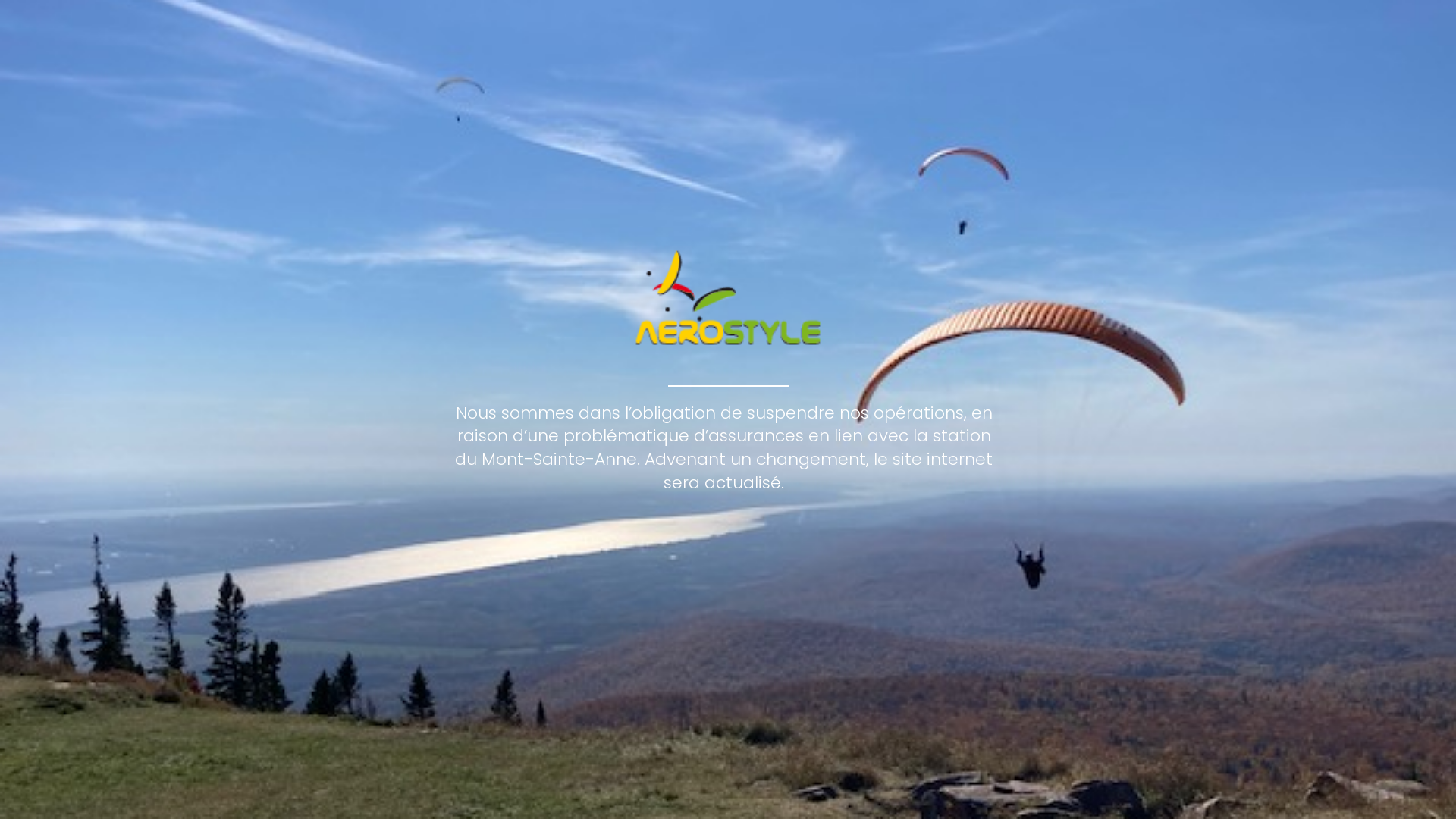 The height and width of the screenshot is (819, 1456). Describe the element at coordinates (728, 297) in the screenshot. I see `'aerostyle'` at that location.